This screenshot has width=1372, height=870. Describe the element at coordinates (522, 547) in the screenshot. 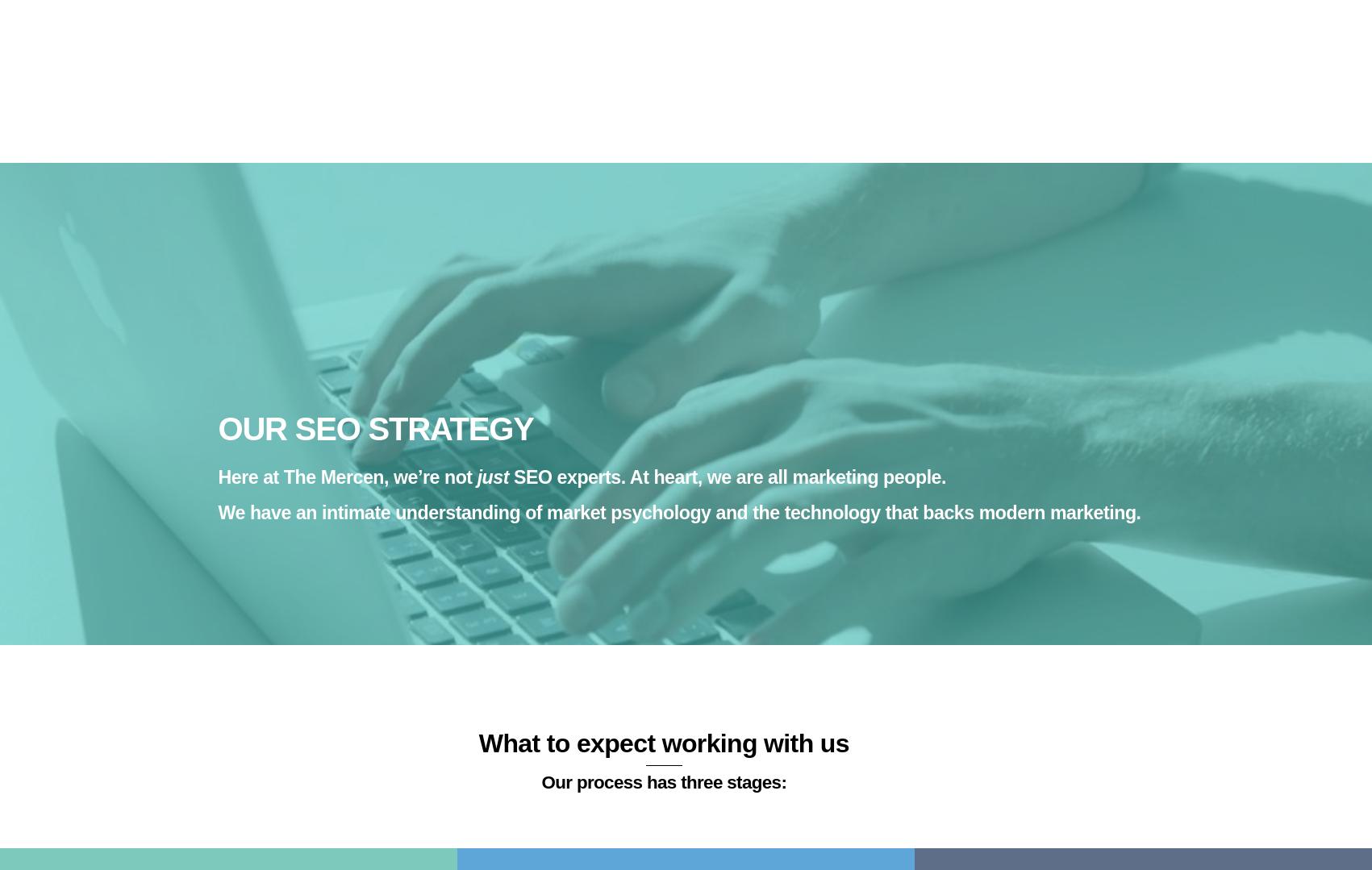

I see `'.'` at that location.